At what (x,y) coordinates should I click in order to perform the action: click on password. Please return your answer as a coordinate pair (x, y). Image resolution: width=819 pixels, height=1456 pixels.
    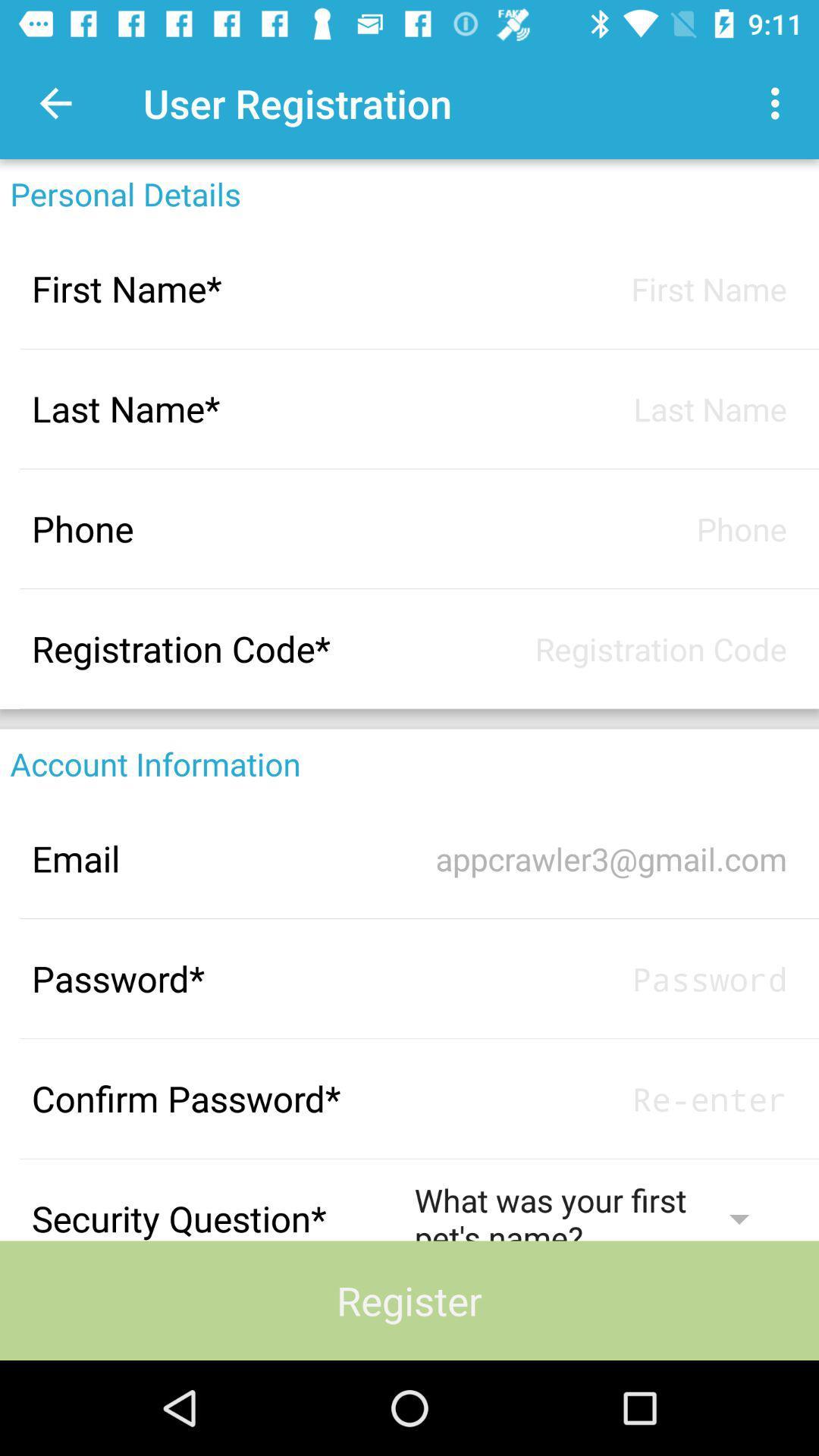
    Looking at the image, I should click on (600, 1099).